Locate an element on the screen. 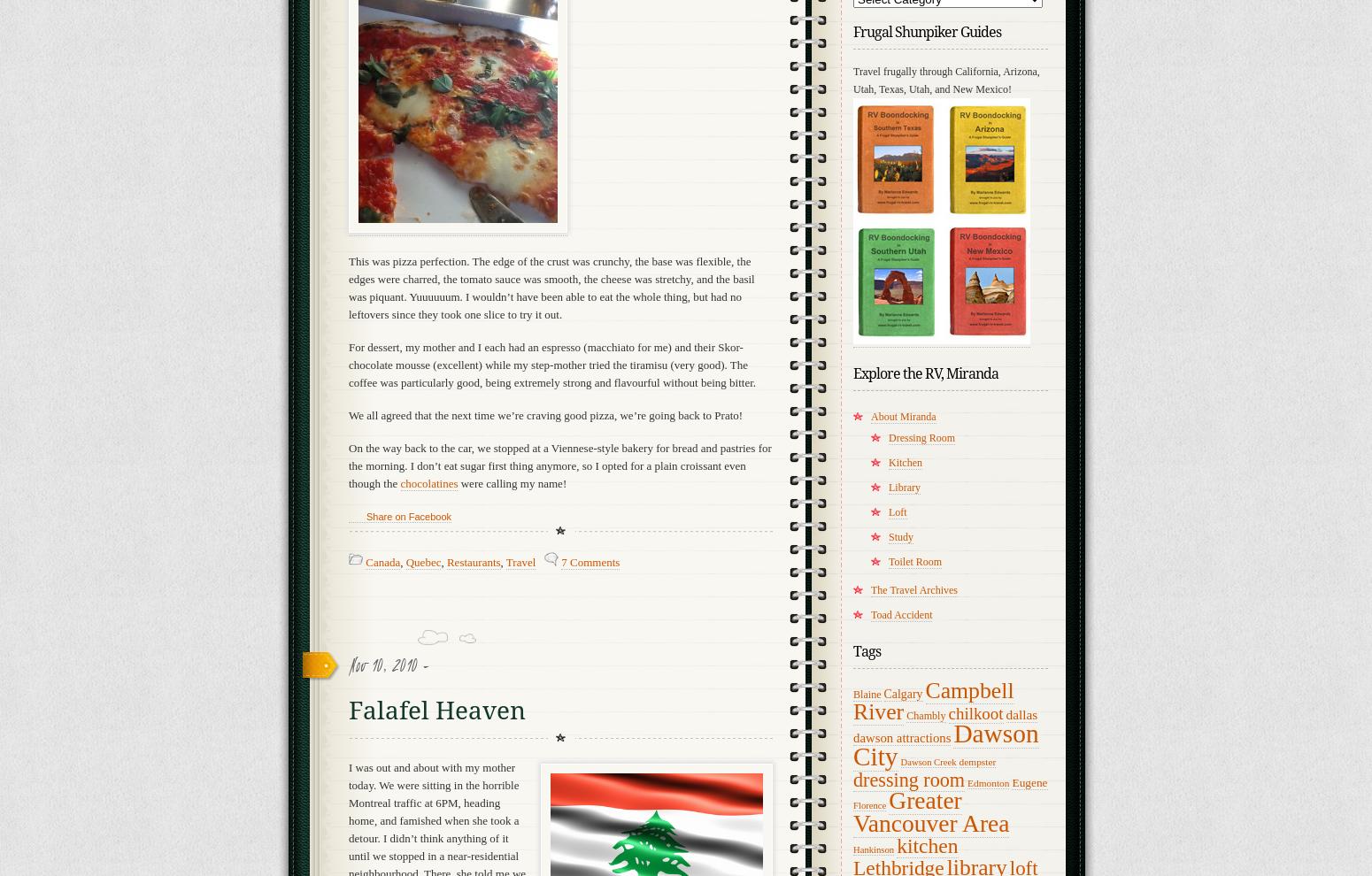 This screenshot has height=876, width=1372. 'chilkoot' is located at coordinates (975, 712).